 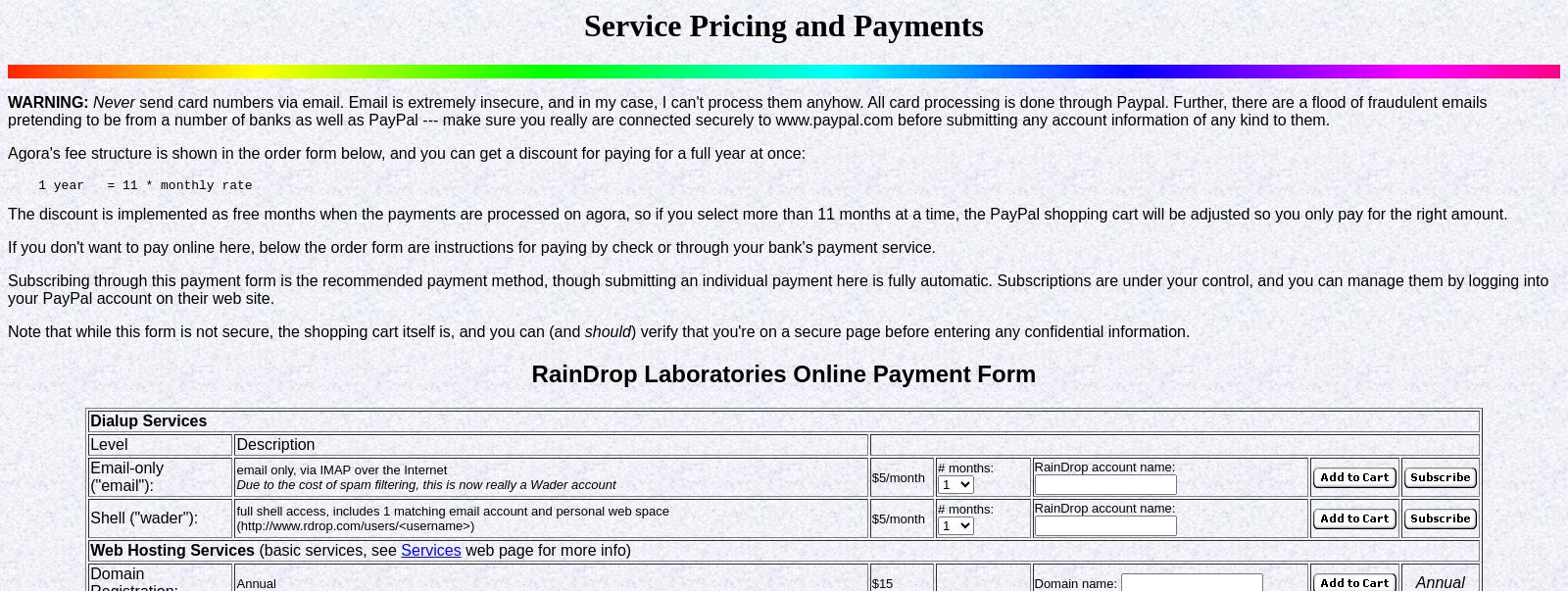 What do you see at coordinates (171, 550) in the screenshot?
I see `'Web Hosting Services'` at bounding box center [171, 550].